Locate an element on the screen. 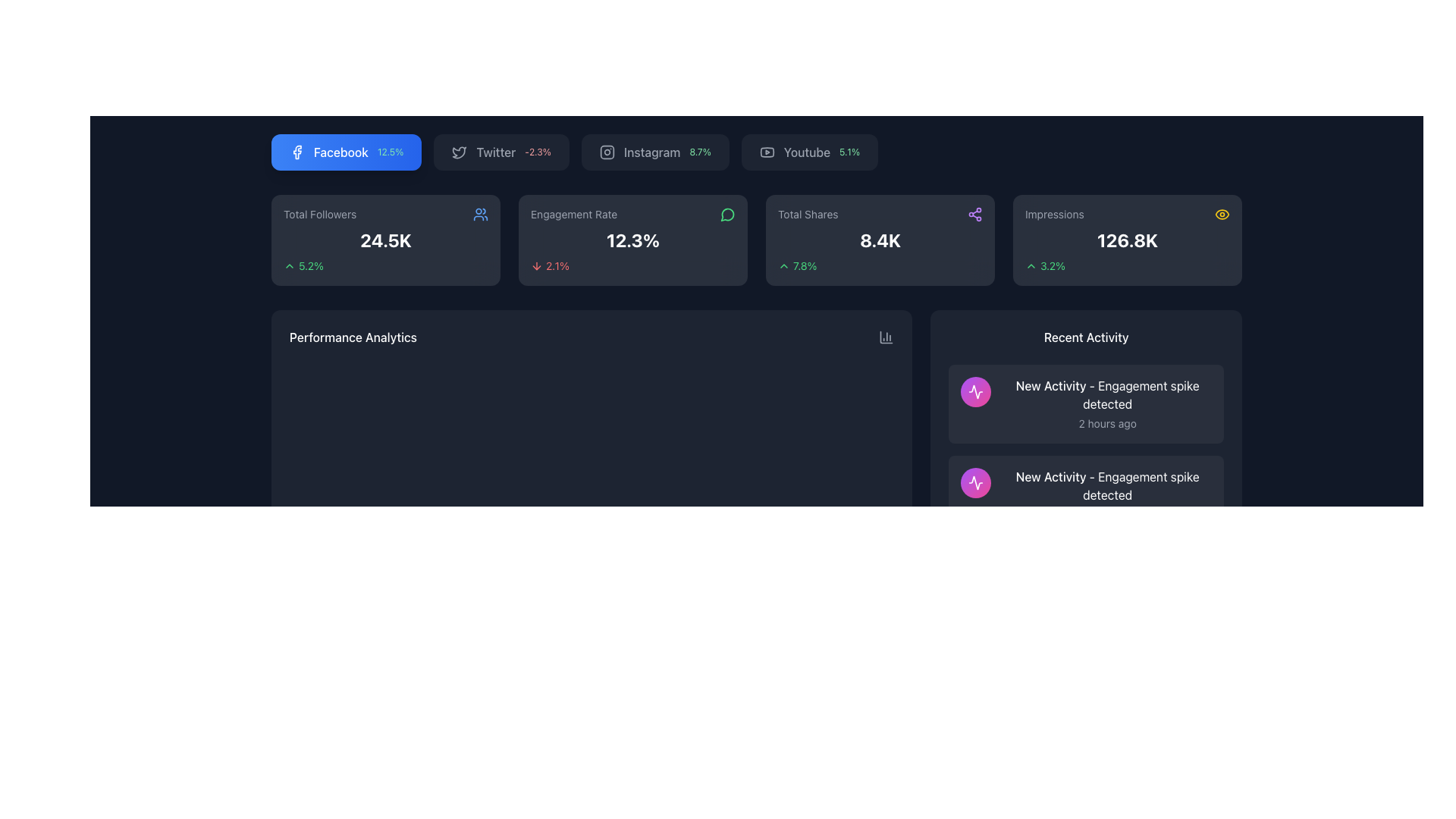 This screenshot has width=1456, height=819. the Text display indicating the total shares, which is styled in green and positioned below the title 'Total Shares' and above the '7.8%' indicator is located at coordinates (880, 239).